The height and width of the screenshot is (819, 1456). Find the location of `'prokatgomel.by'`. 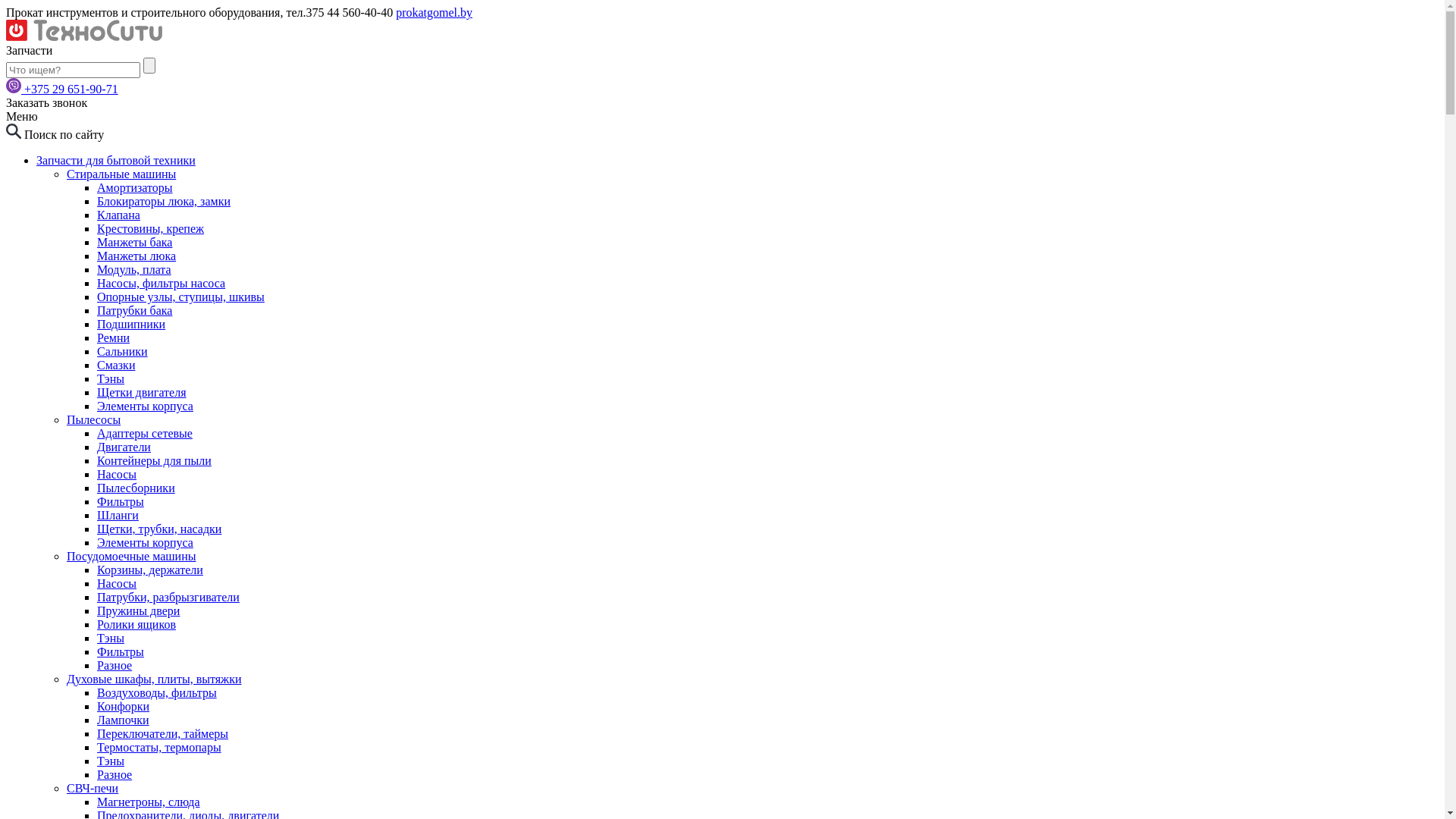

'prokatgomel.by' is located at coordinates (433, 12).